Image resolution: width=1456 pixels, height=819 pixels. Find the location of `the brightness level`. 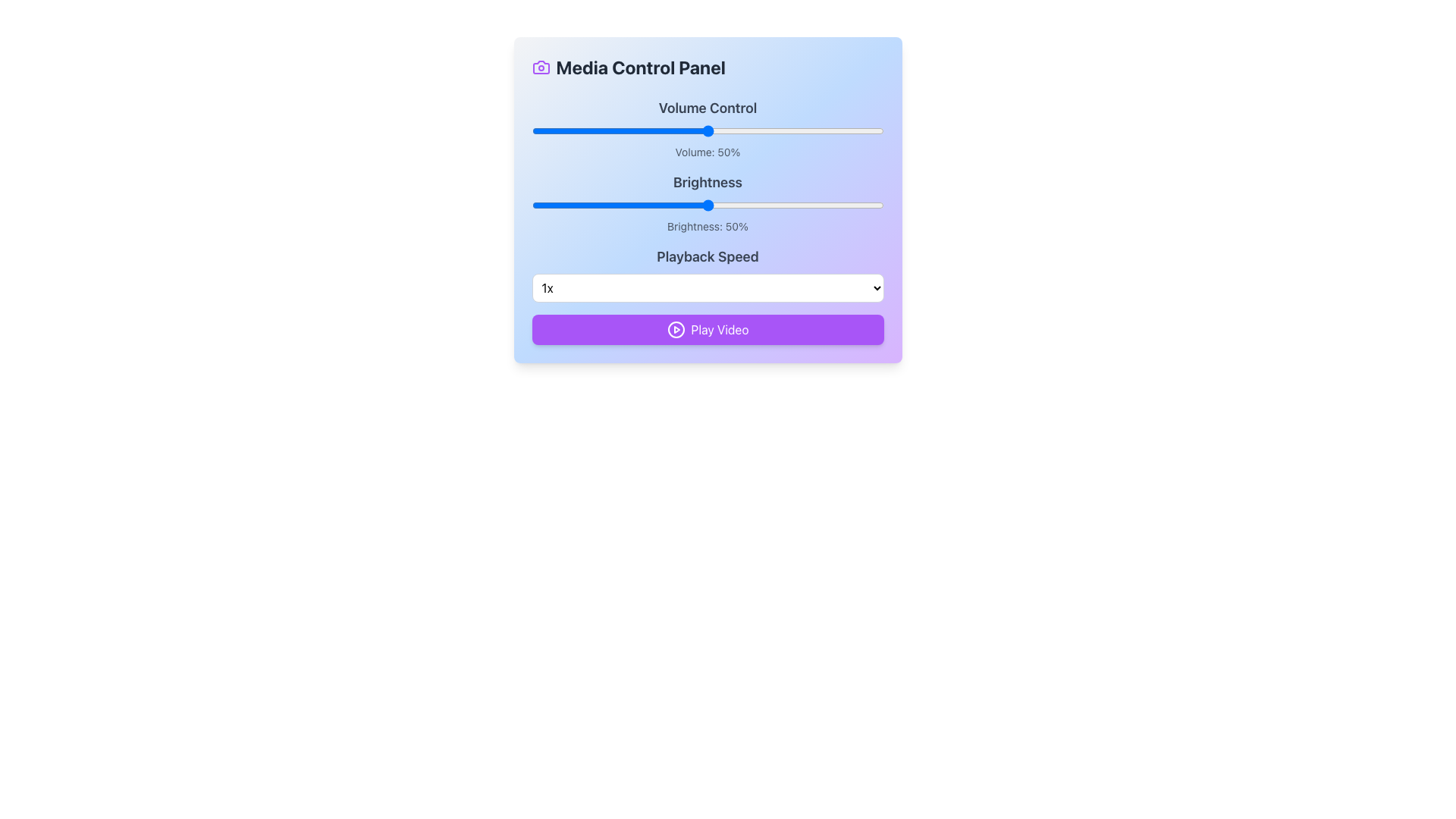

the brightness level is located at coordinates (609, 205).